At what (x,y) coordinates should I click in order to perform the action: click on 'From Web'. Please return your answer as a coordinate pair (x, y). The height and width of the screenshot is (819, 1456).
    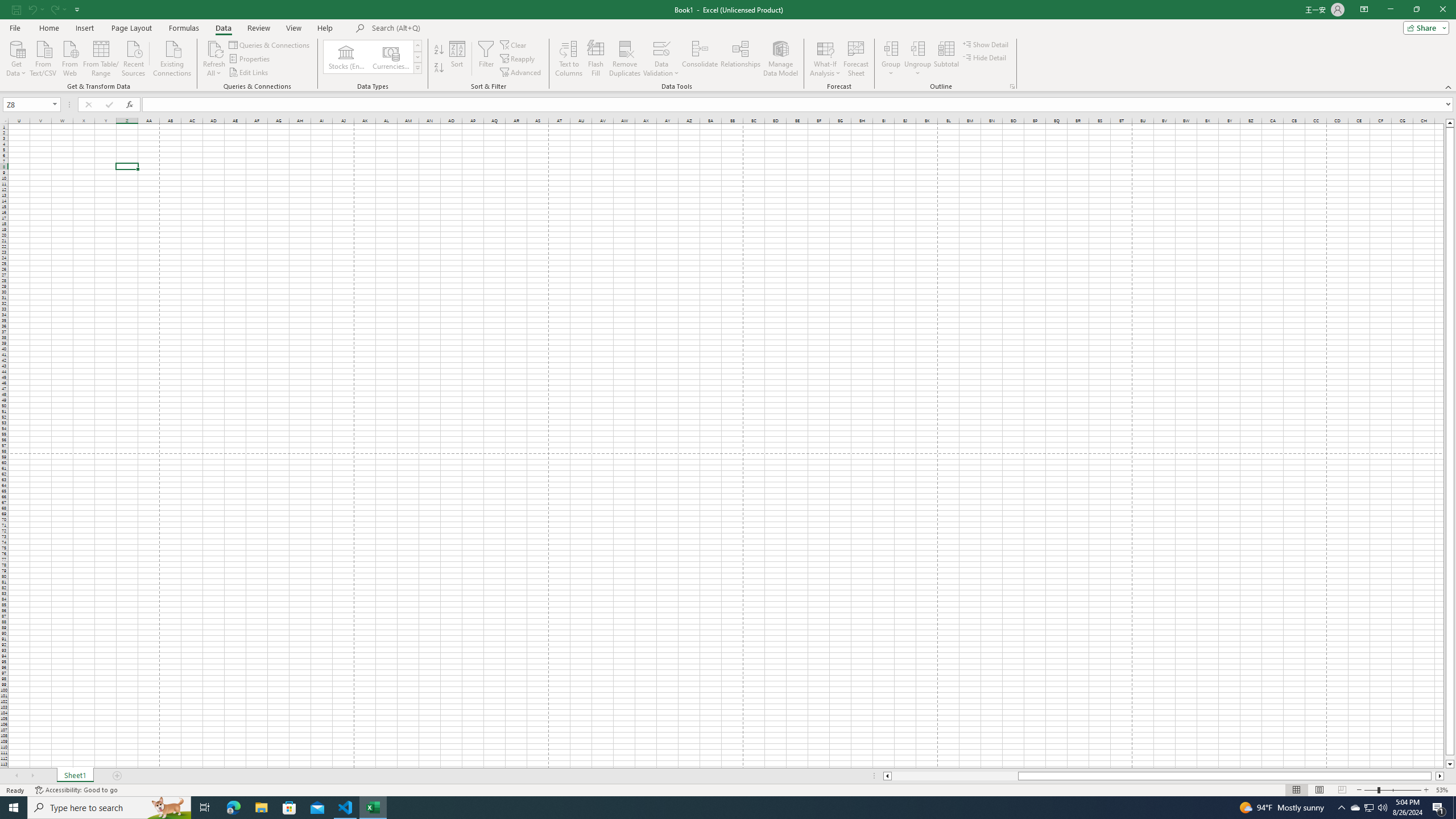
    Looking at the image, I should click on (69, 57).